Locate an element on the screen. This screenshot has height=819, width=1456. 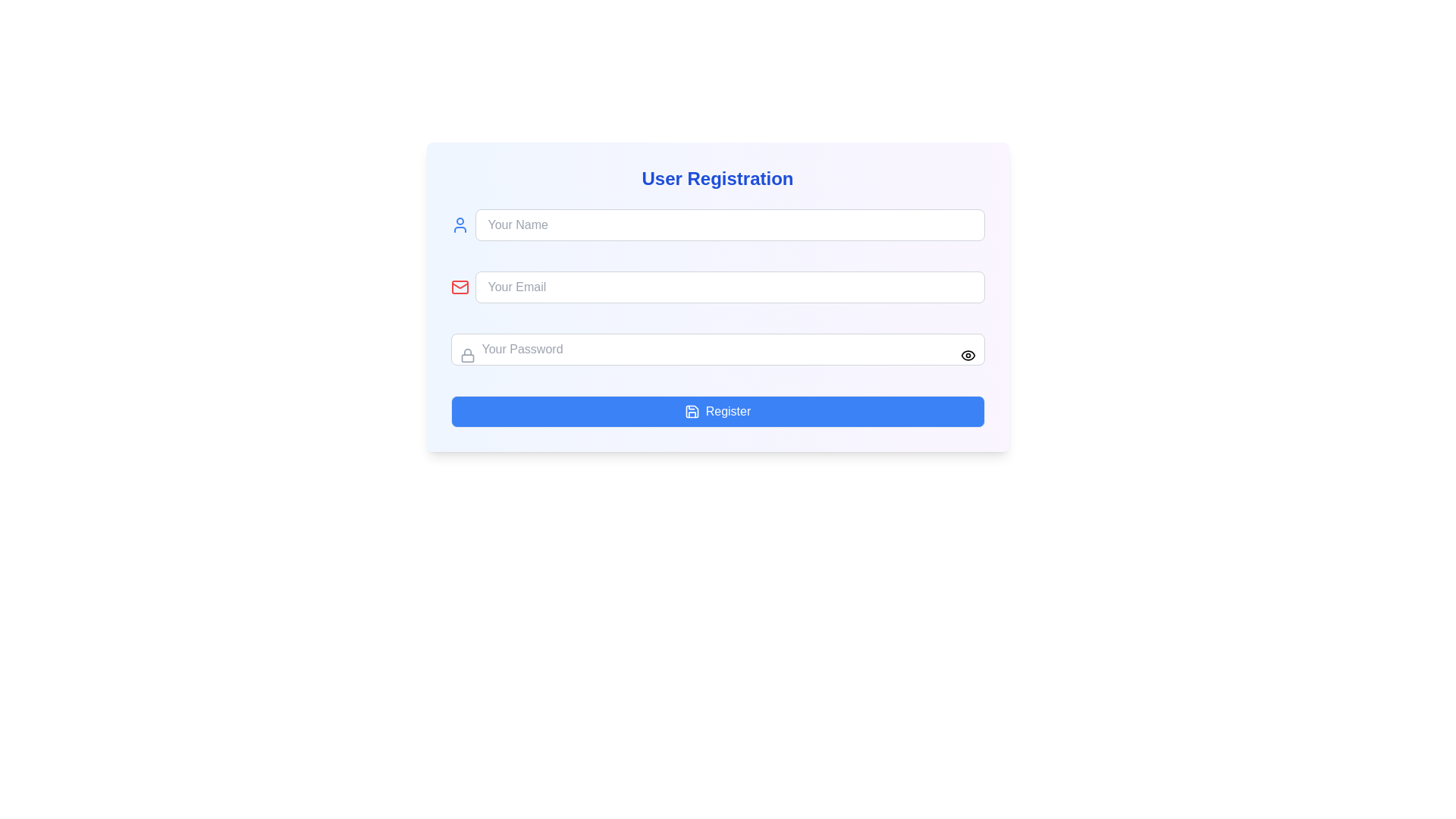
the registration button located under the password input field, which initiates the registration process is located at coordinates (717, 412).